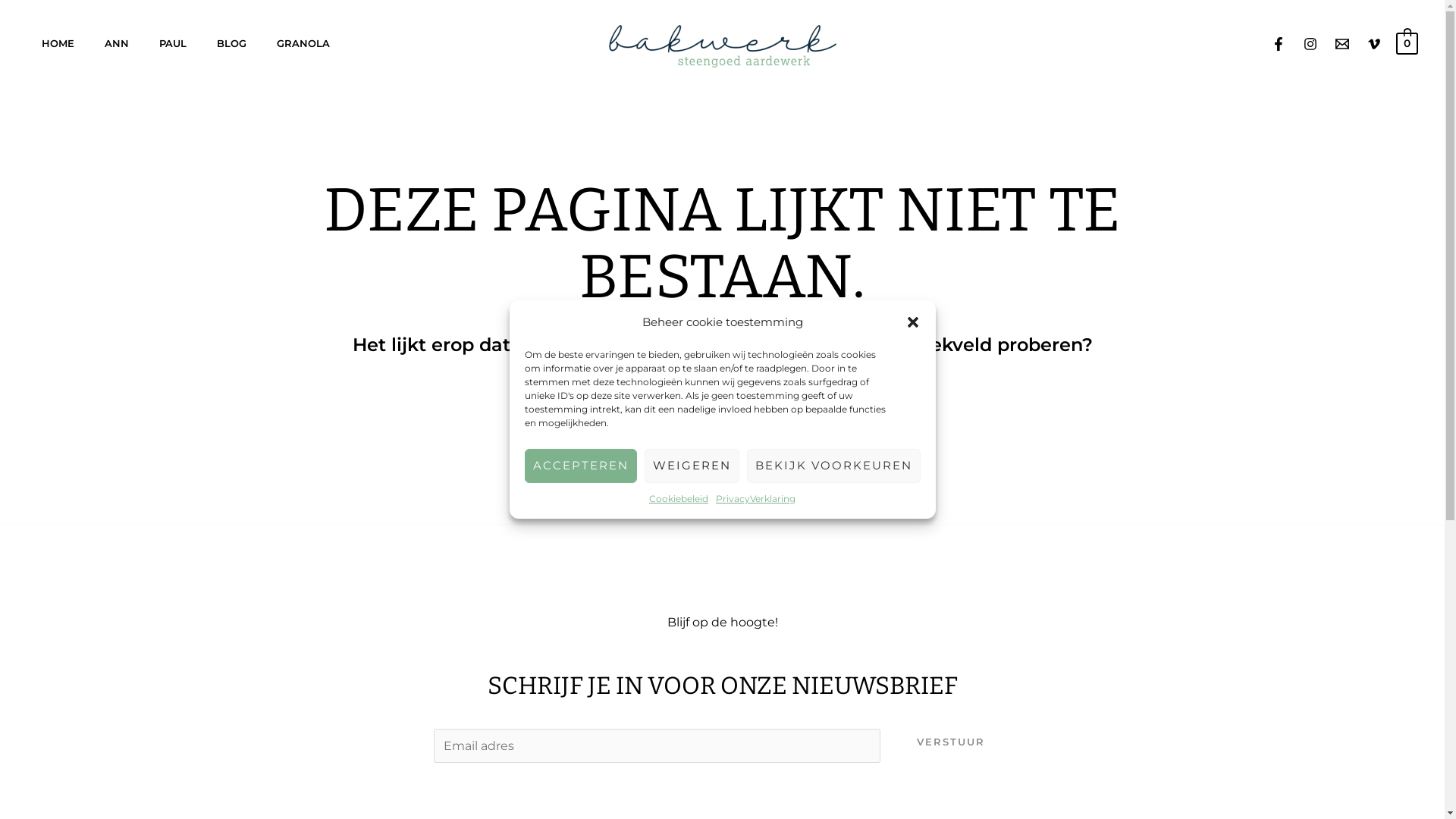  What do you see at coordinates (231, 42) in the screenshot?
I see `'BLOG'` at bounding box center [231, 42].